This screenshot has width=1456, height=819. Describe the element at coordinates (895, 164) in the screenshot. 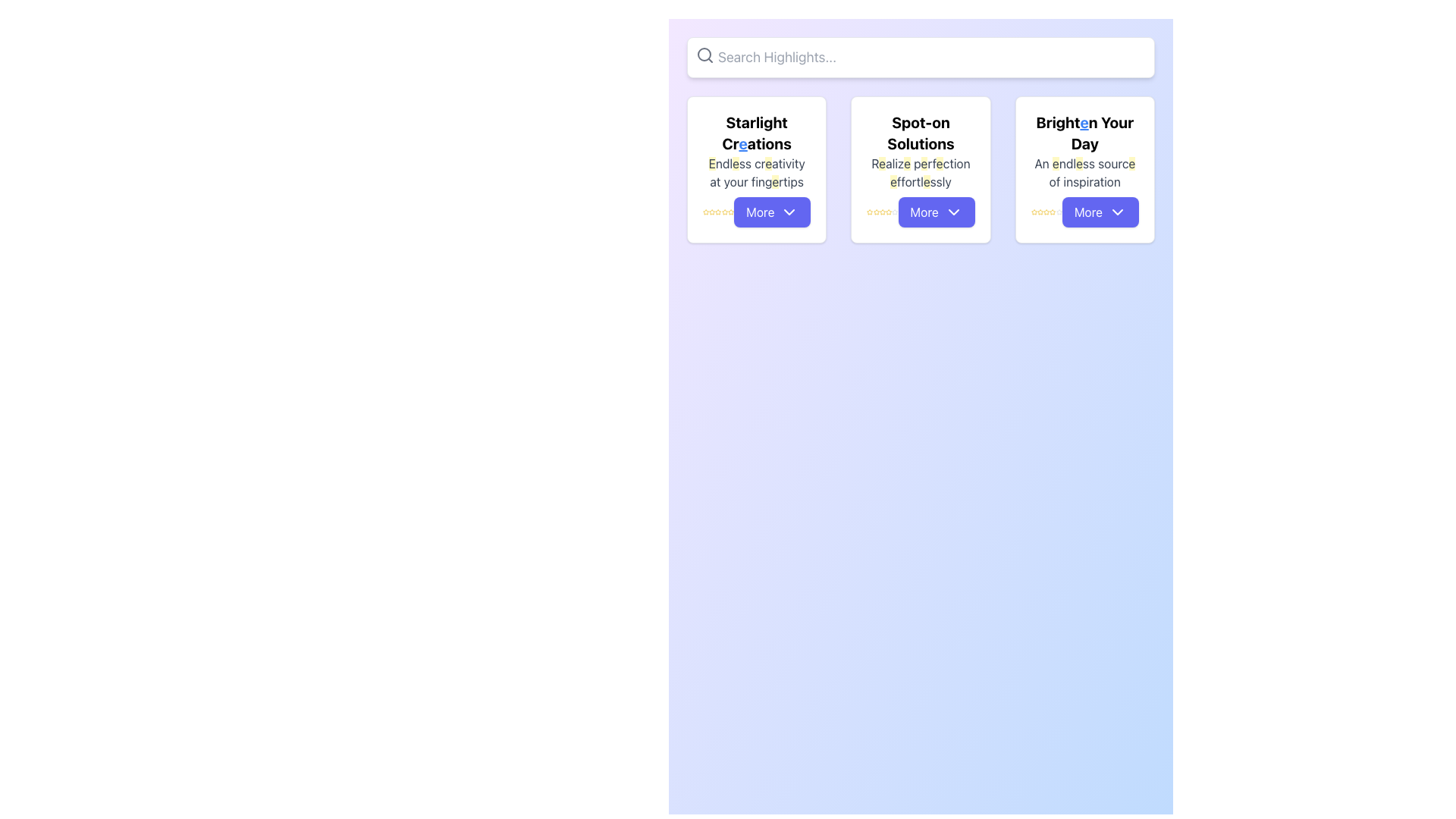

I see `the text fragment 'aliz' in the phrase 'Realize perfection effortlessly' located within the second card under the heading 'Spot-on Solutions'` at that location.